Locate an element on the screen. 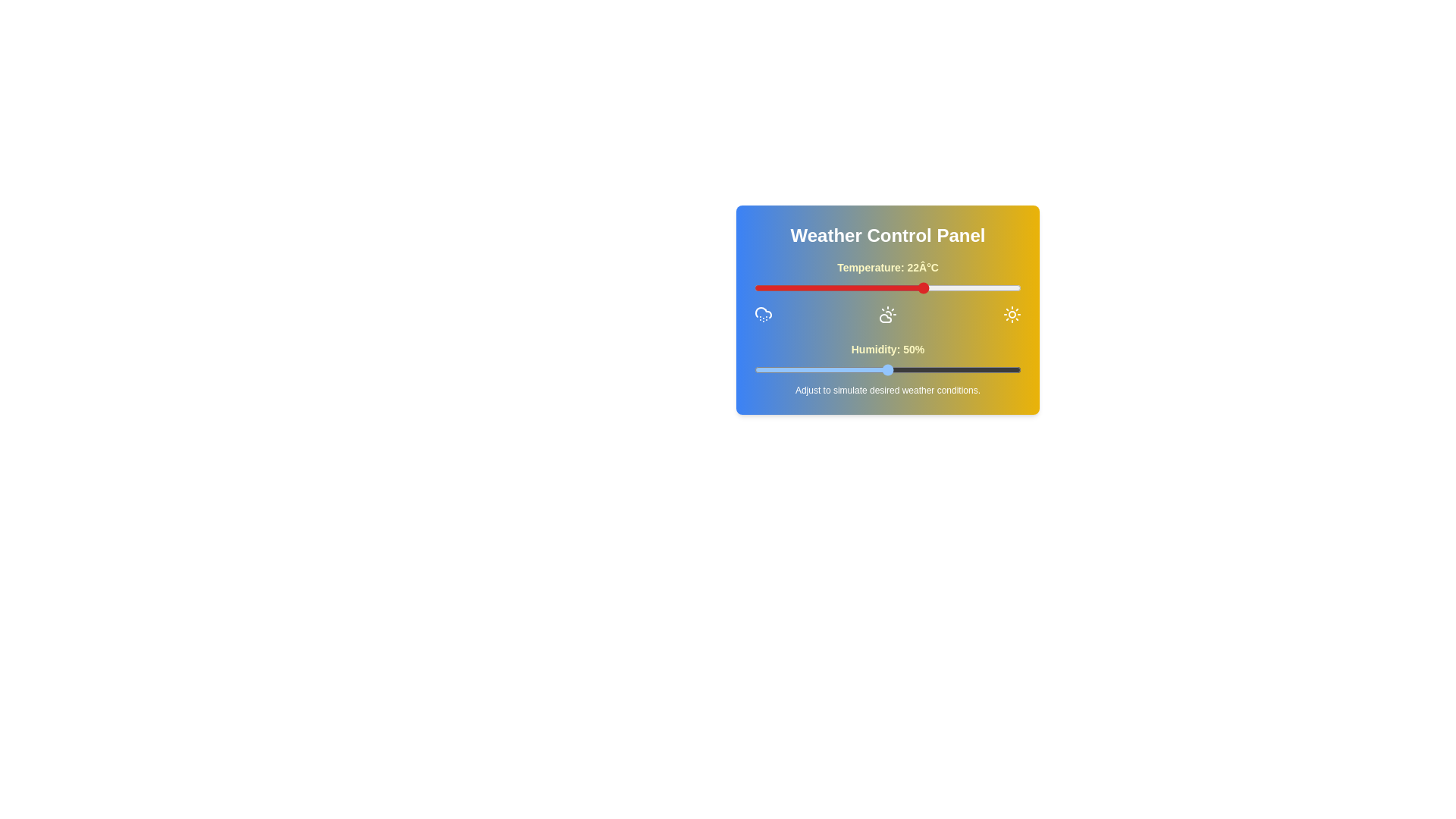 The height and width of the screenshot is (819, 1456). temperature is located at coordinates (994, 288).